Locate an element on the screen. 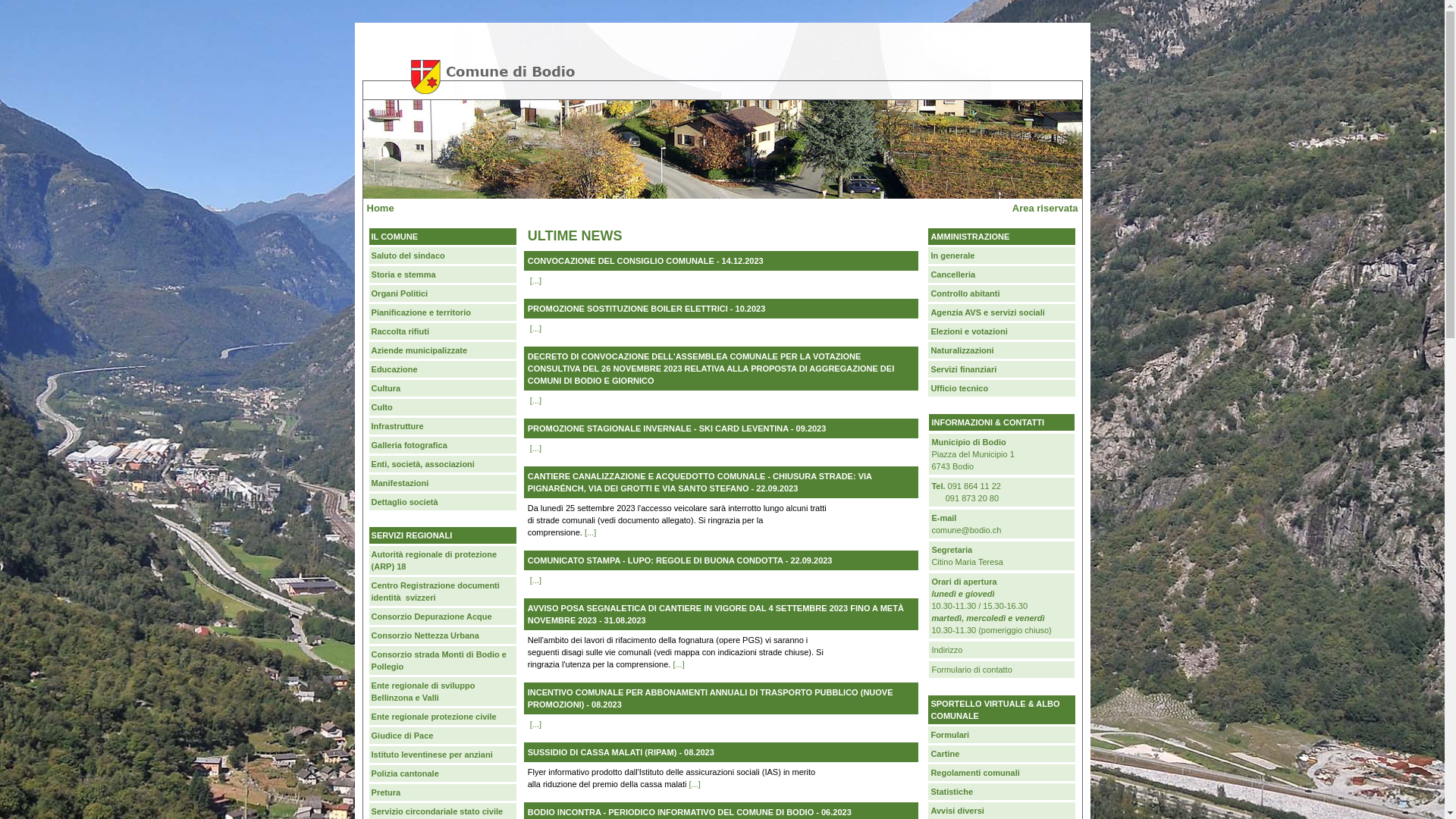  'comune@bodio.ch' is located at coordinates (965, 529).